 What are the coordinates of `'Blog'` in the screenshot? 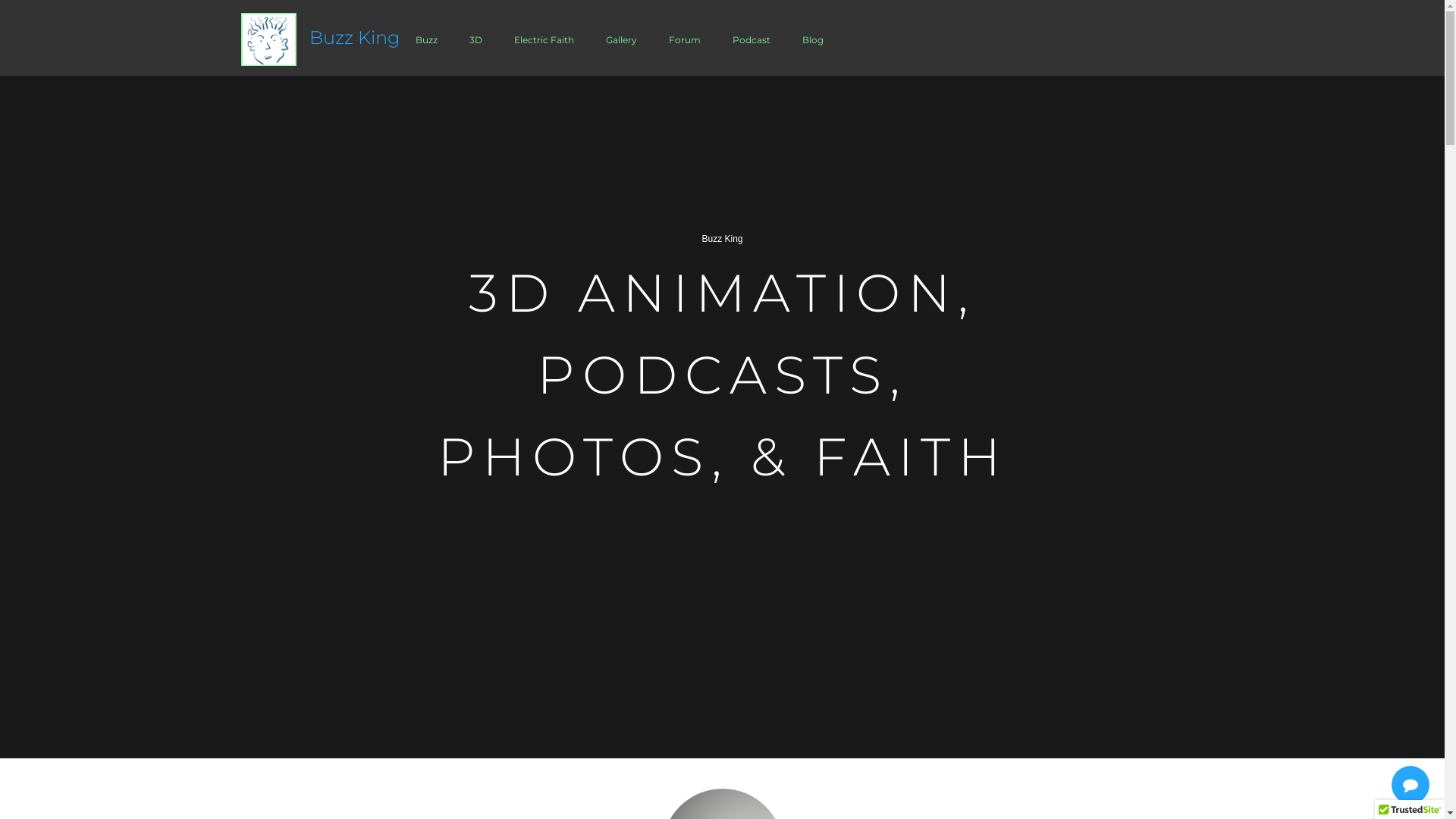 It's located at (811, 39).